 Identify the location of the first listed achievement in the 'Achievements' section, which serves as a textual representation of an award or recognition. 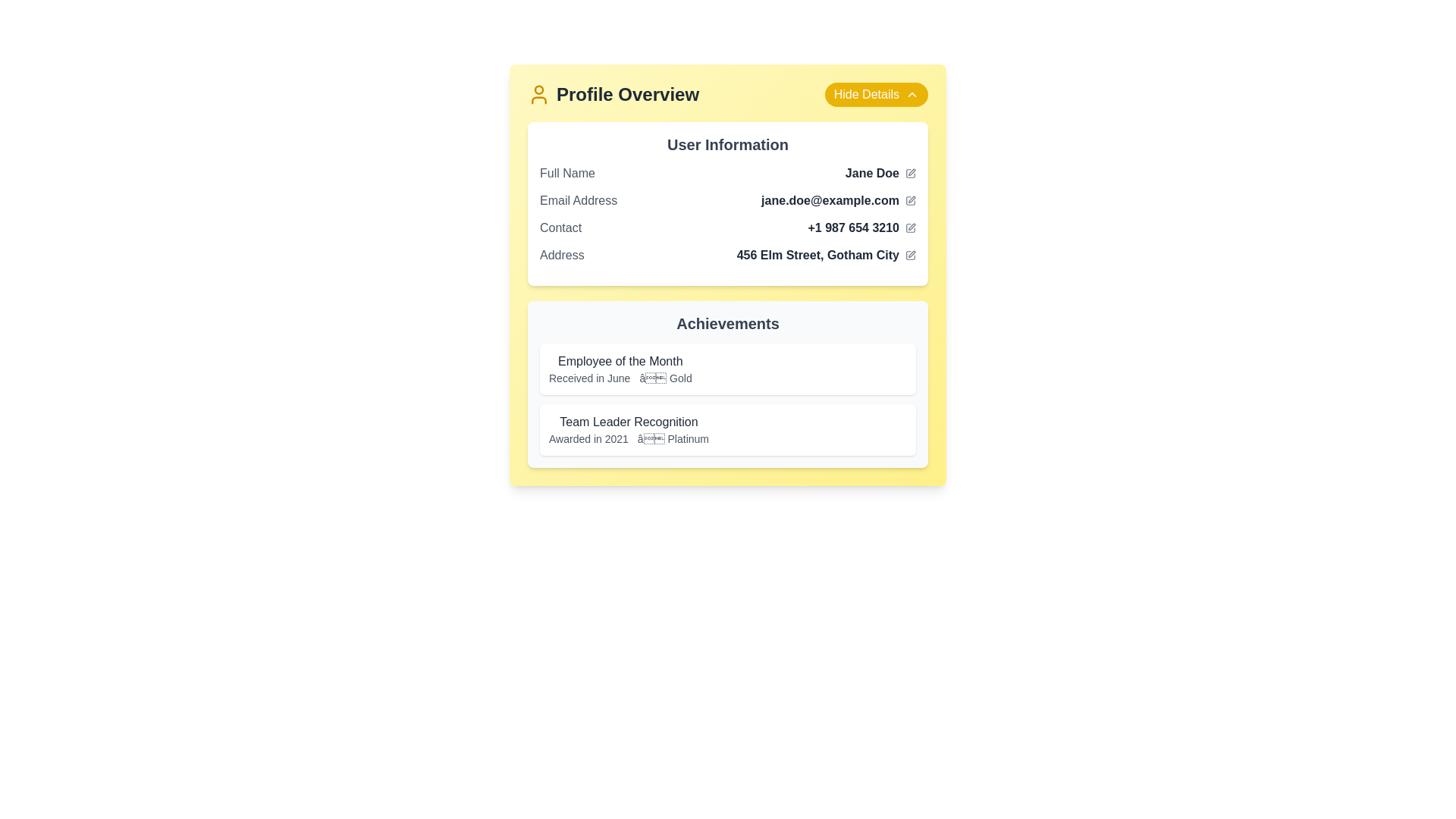
(620, 369).